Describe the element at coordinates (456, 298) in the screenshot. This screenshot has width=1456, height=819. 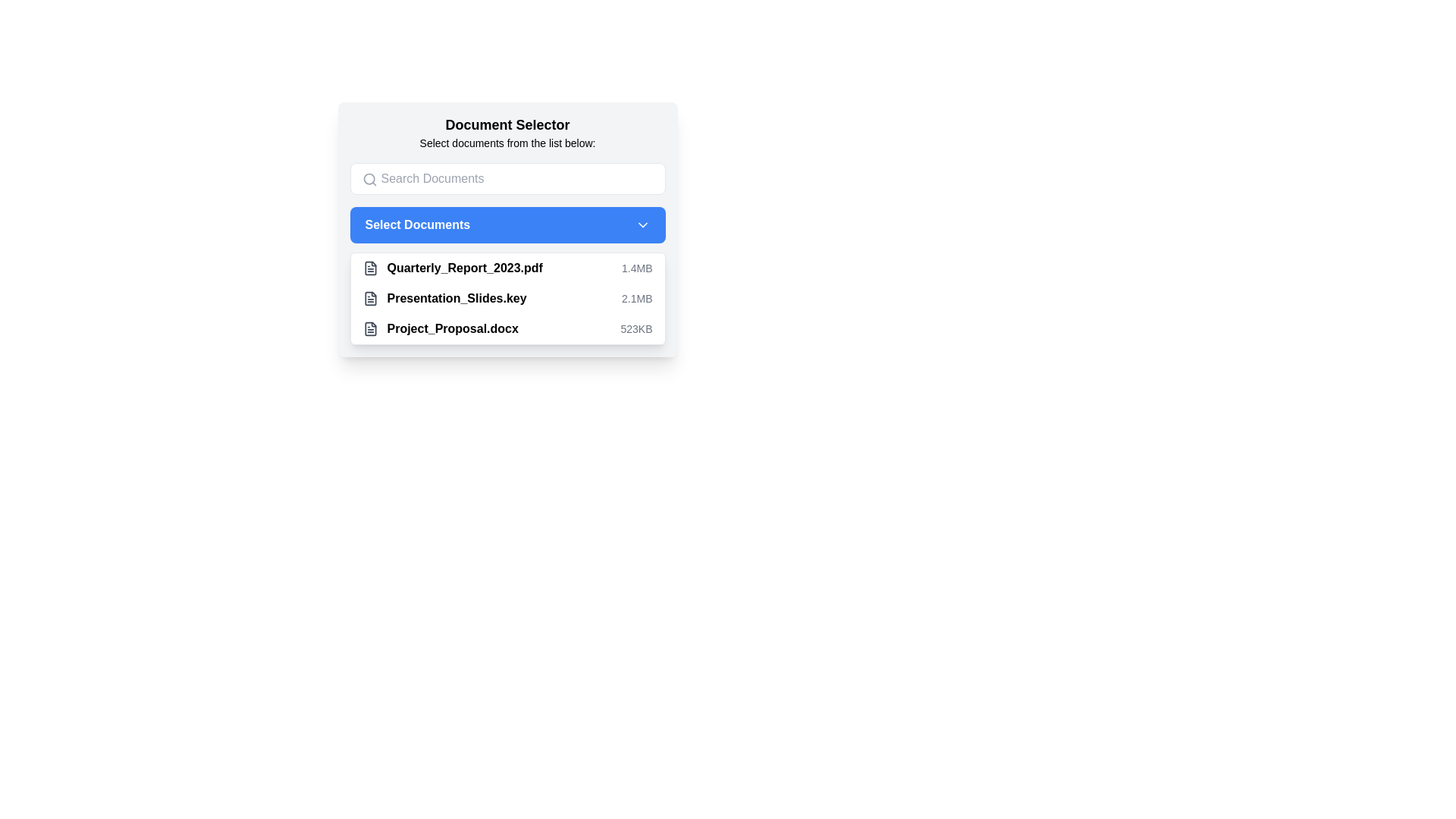
I see `the text label displaying 'Presentation_Slides.key' in bold black font, located in the second row of the document selection interface next to the file icon` at that location.